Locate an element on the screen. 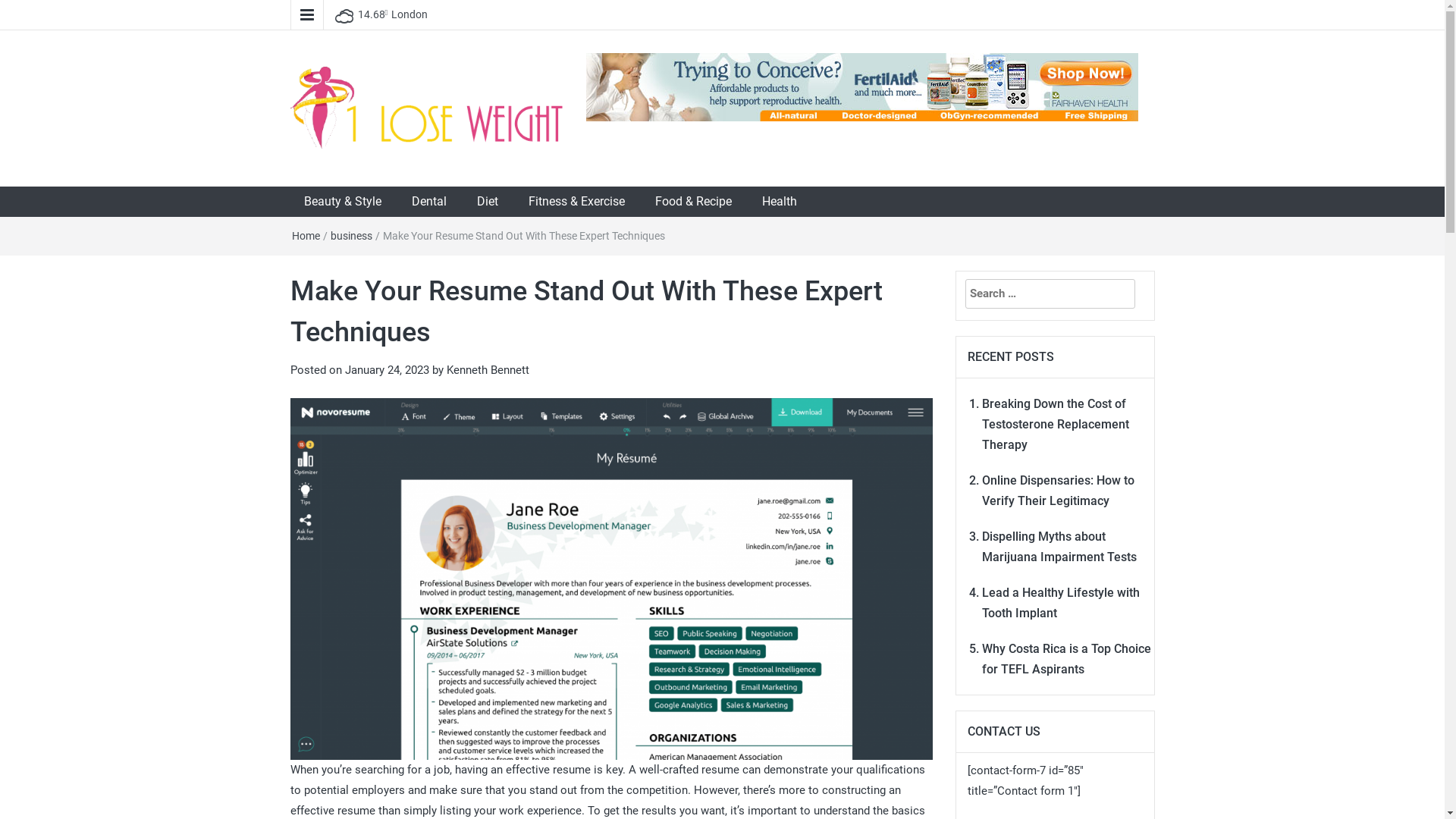 The image size is (1456, 819). 'Lead a Healthy Lifestyle with Tooth Implant' is located at coordinates (982, 601).